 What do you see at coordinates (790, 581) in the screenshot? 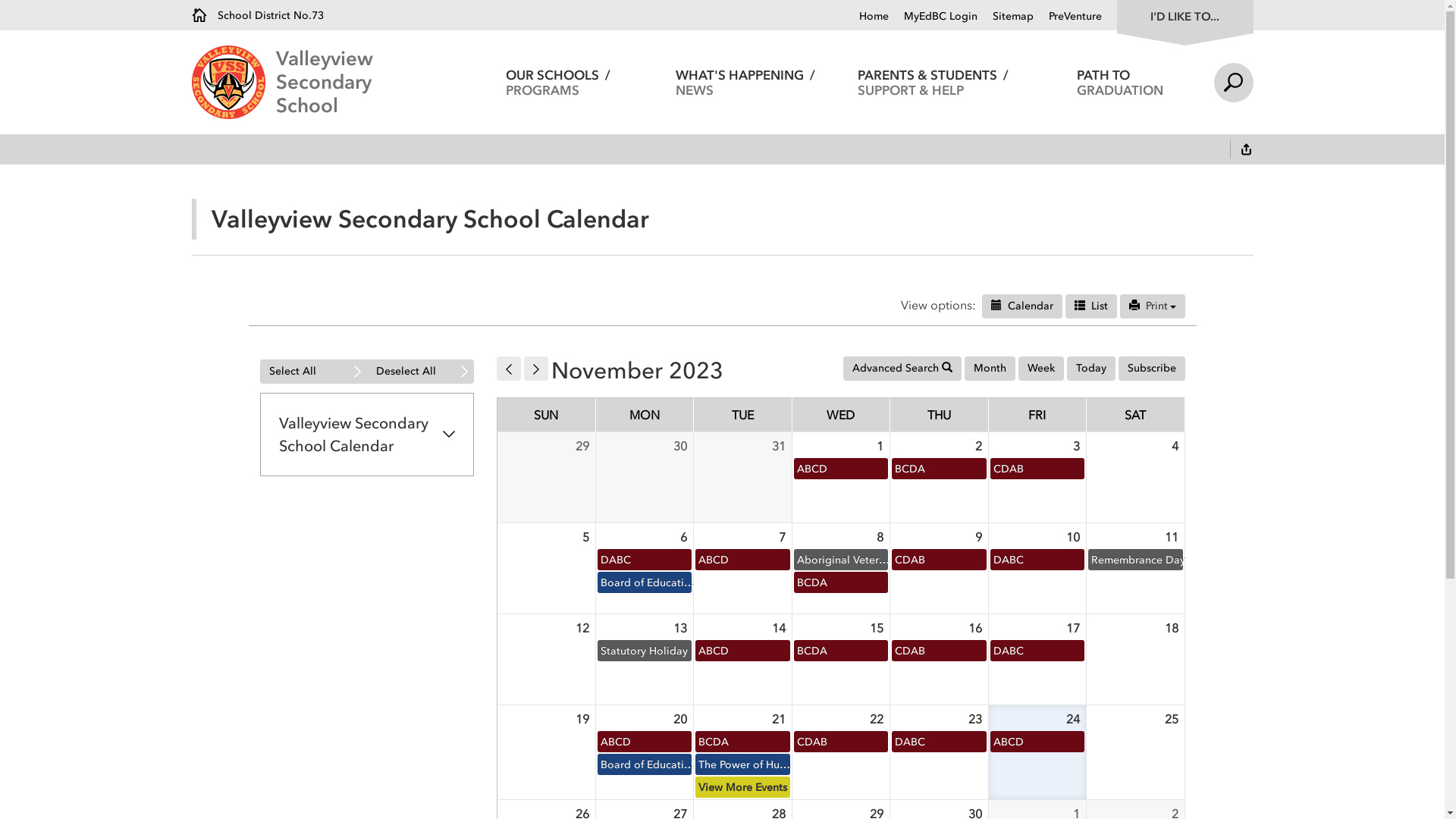
I see `'BCDA'` at bounding box center [790, 581].